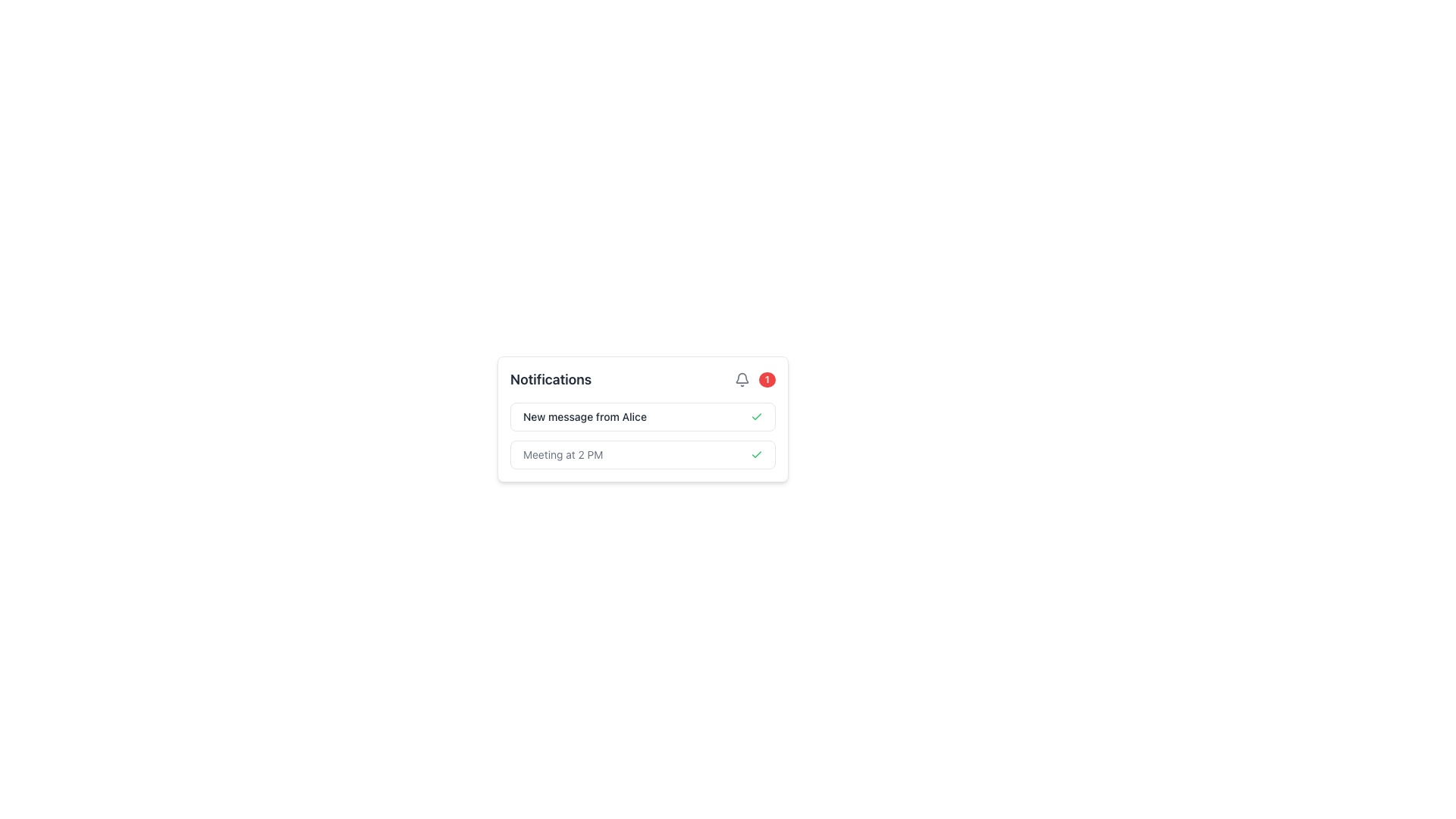  I want to click on the second notification entry regarding a scheduled meeting at 2 PM in the Notifications menu to interact with it, so click(643, 454).